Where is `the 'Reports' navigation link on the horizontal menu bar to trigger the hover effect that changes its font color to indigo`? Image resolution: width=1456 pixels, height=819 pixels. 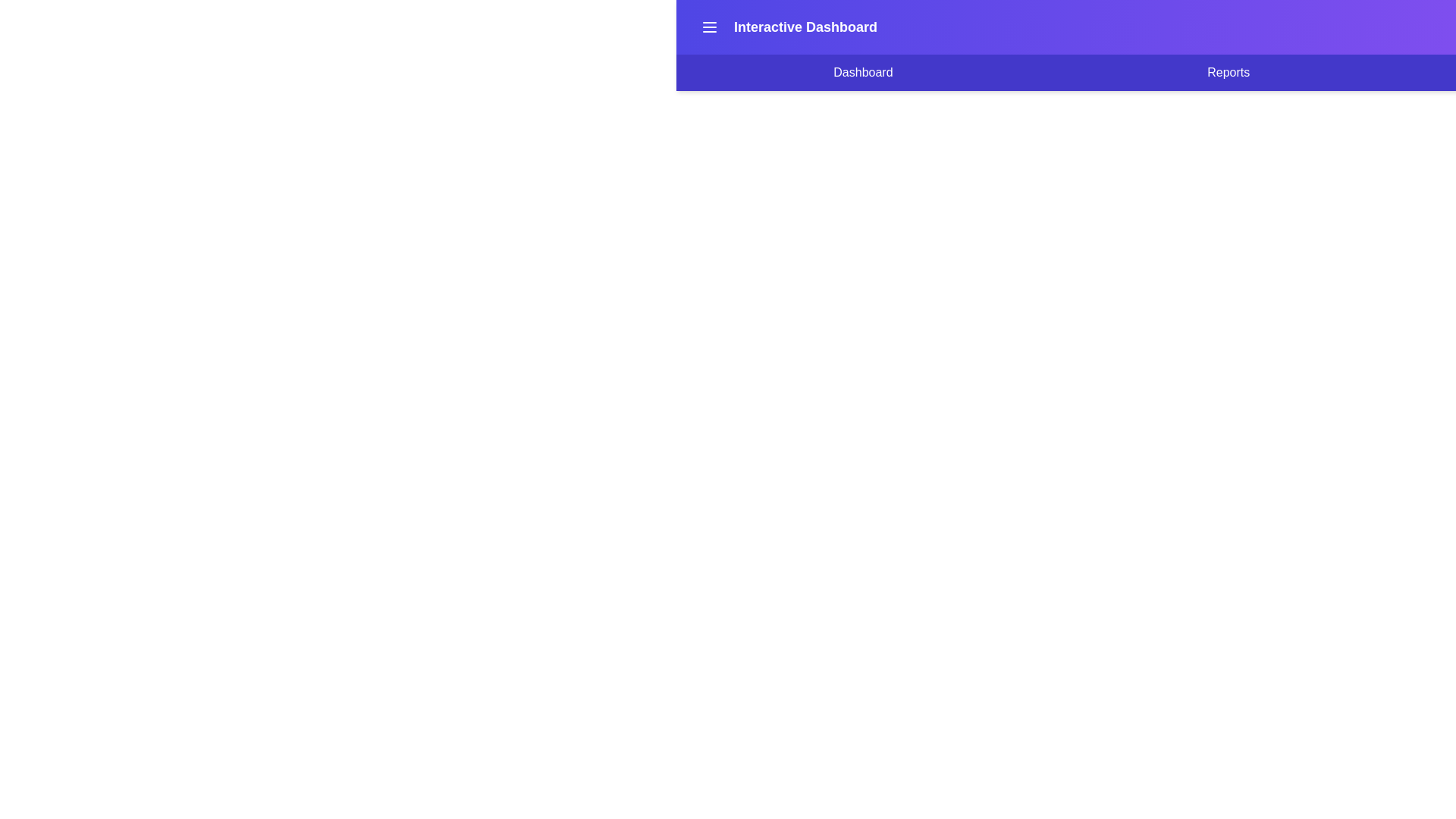
the 'Reports' navigation link on the horizontal menu bar to trigger the hover effect that changes its font color to indigo is located at coordinates (1228, 73).